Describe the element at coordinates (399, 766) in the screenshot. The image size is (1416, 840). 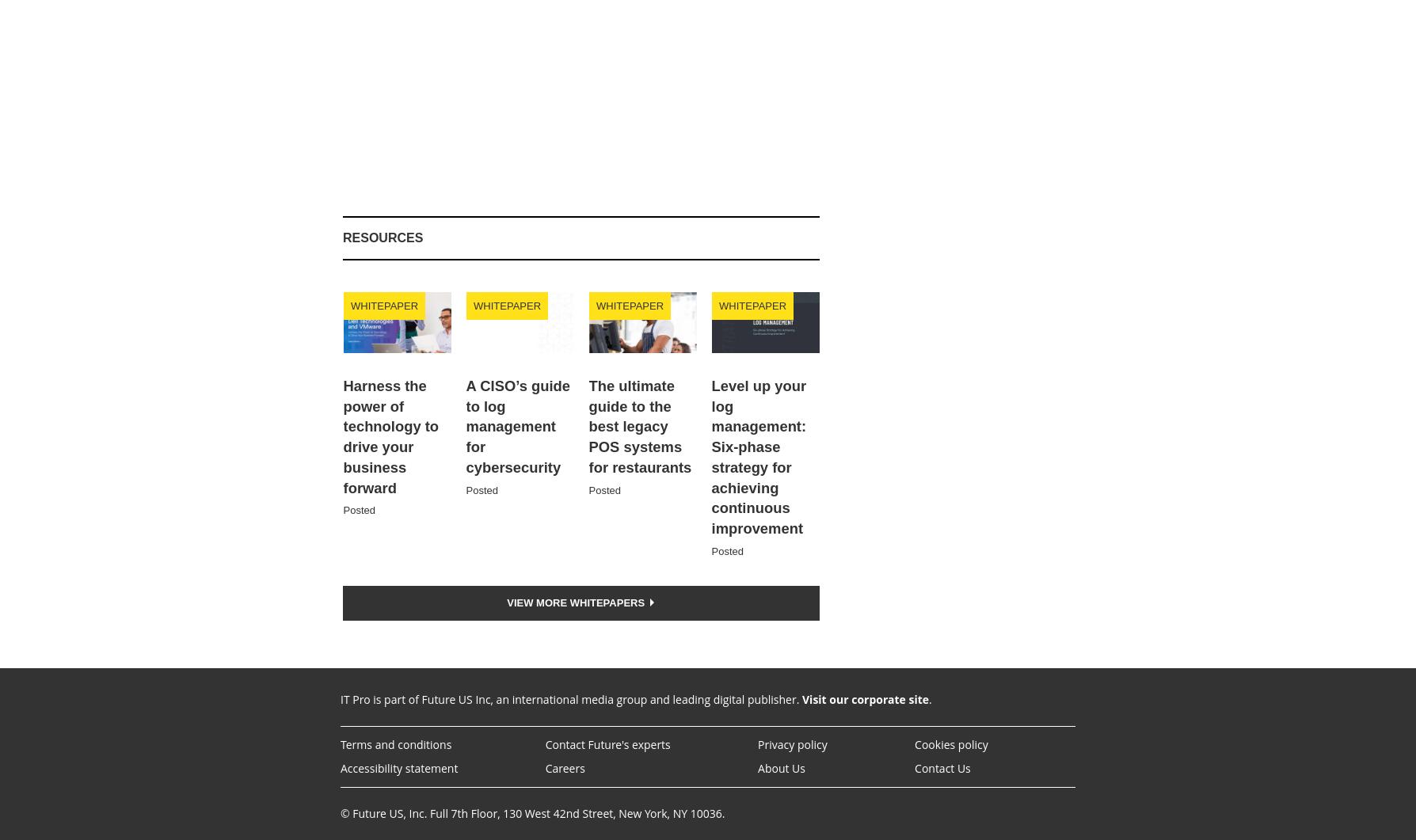
I see `'Accessibility statement'` at that location.